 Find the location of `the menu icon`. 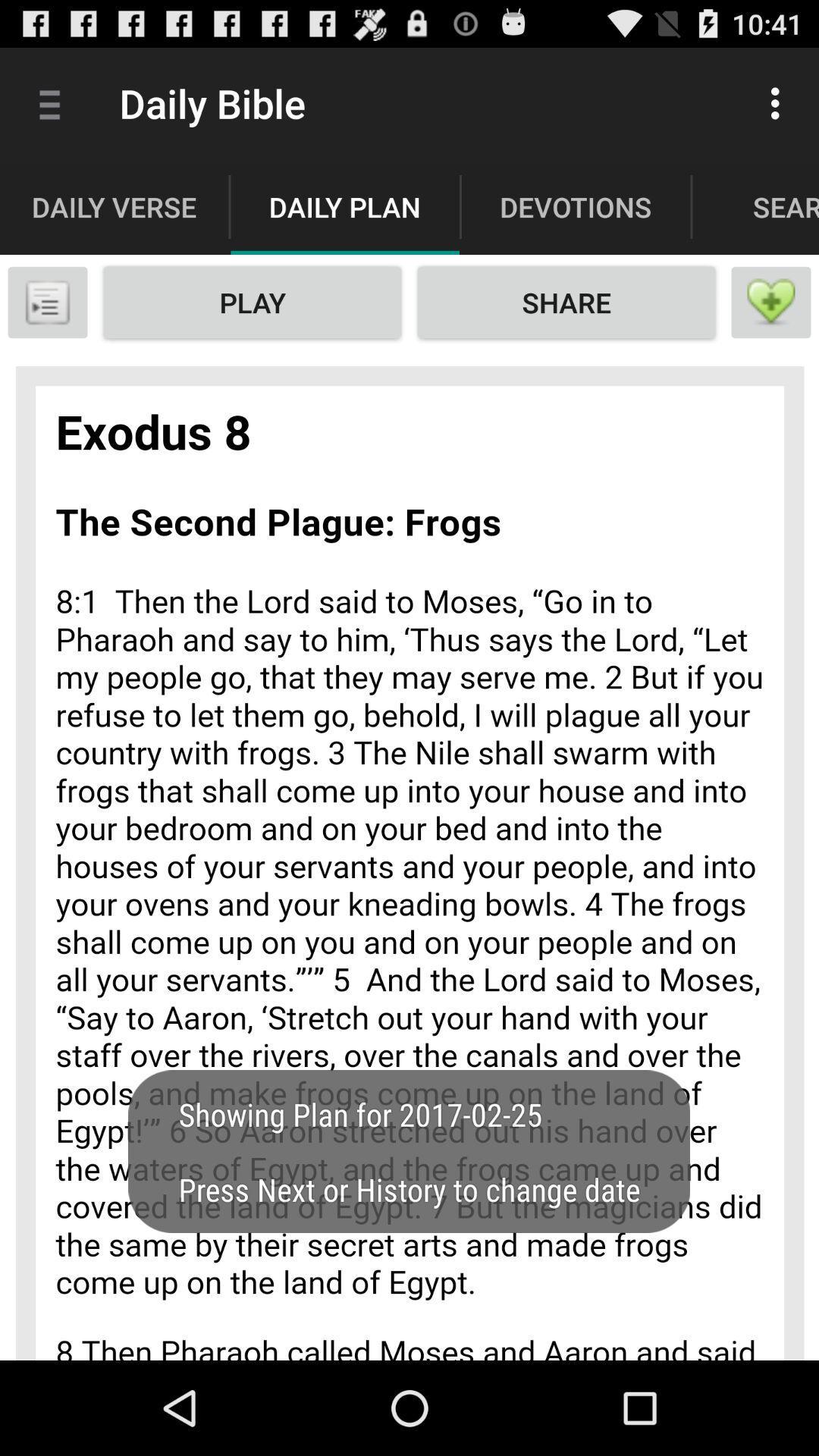

the menu icon is located at coordinates (46, 323).